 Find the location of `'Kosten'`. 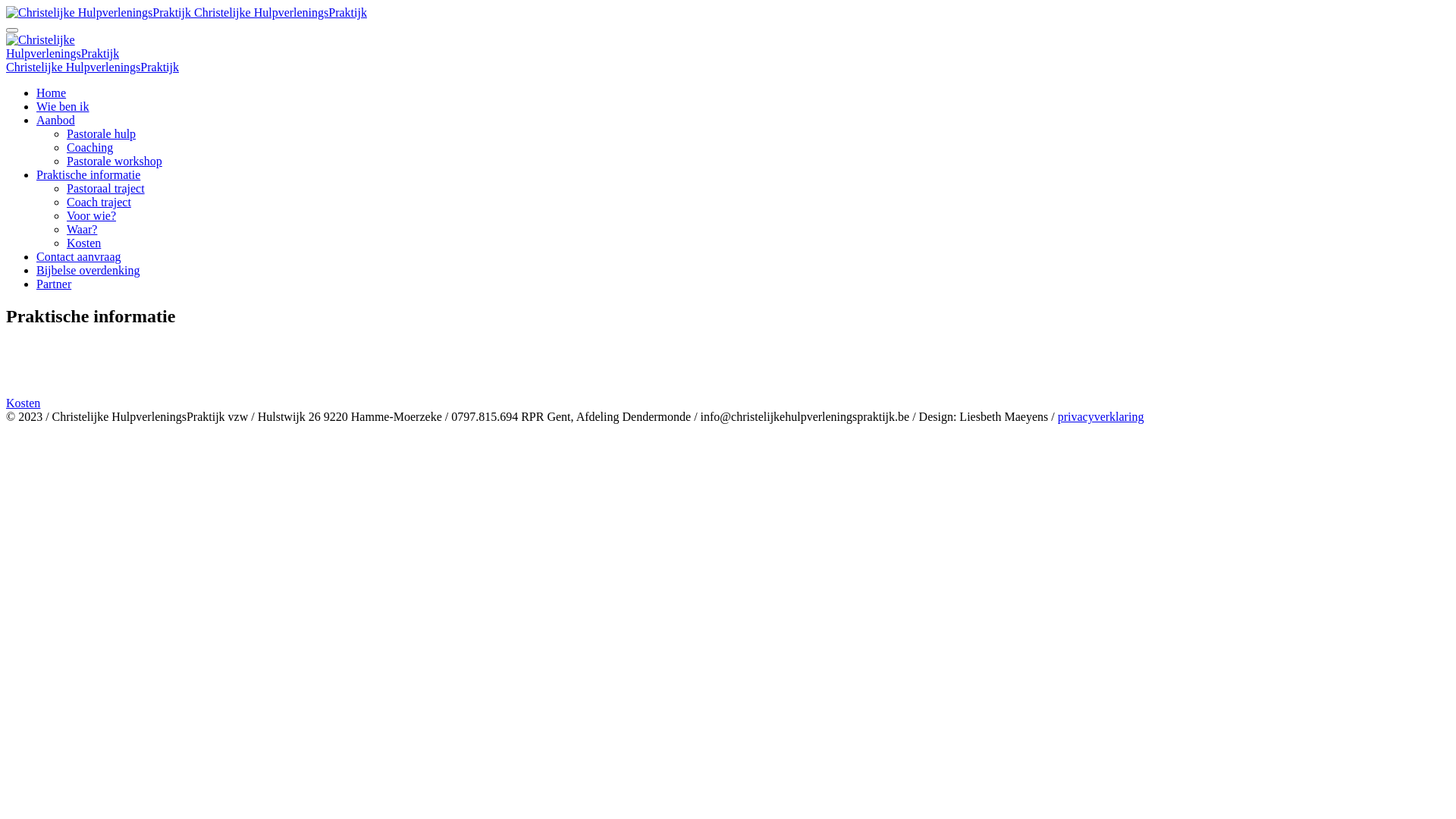

'Kosten' is located at coordinates (728, 403).